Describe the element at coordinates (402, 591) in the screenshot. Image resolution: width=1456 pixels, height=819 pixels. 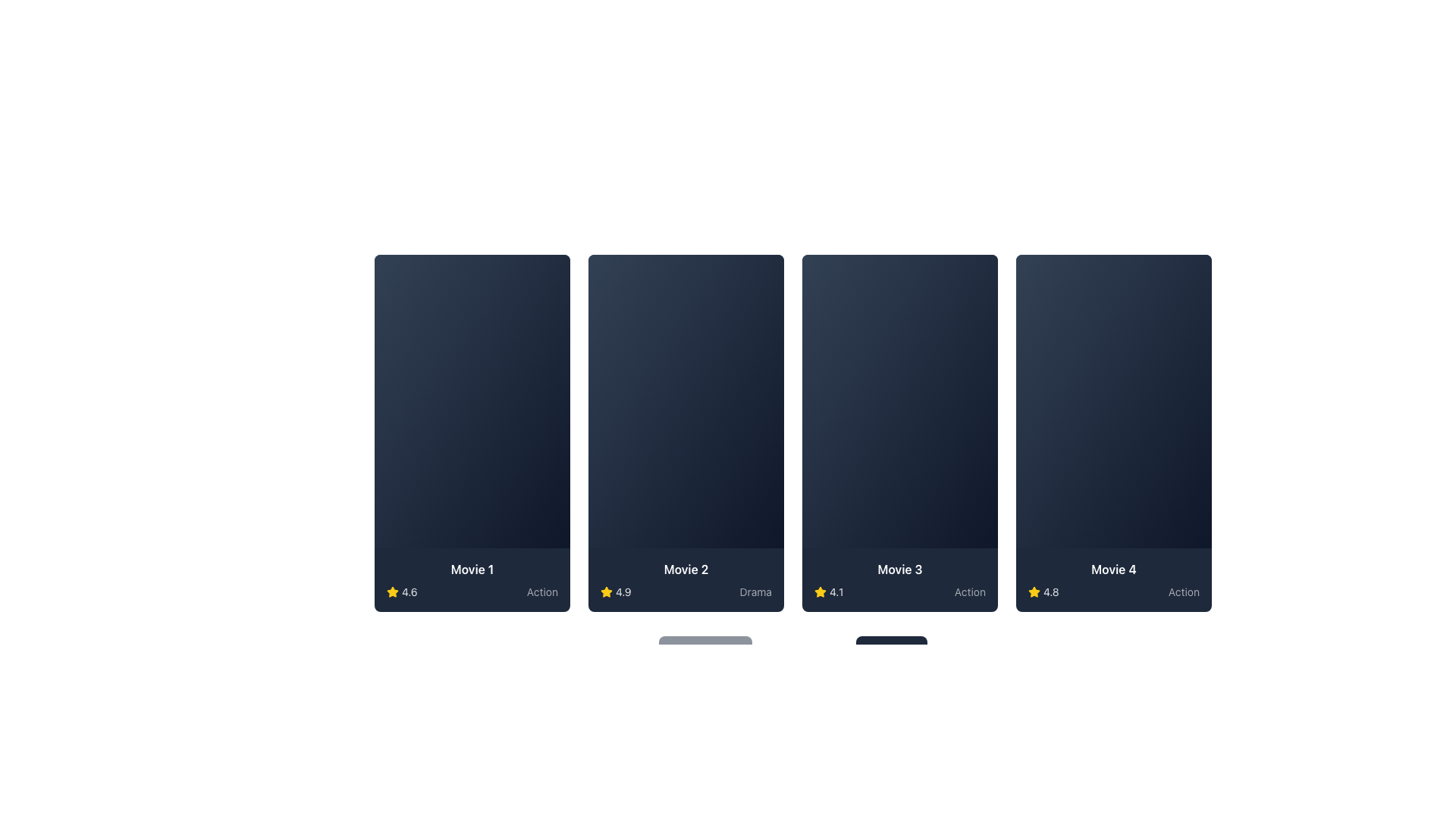
I see `the visually displayed rating consisting of a yellow filled star icon and the score text '4.6' located at the bottom left section of the first card from the left` at that location.